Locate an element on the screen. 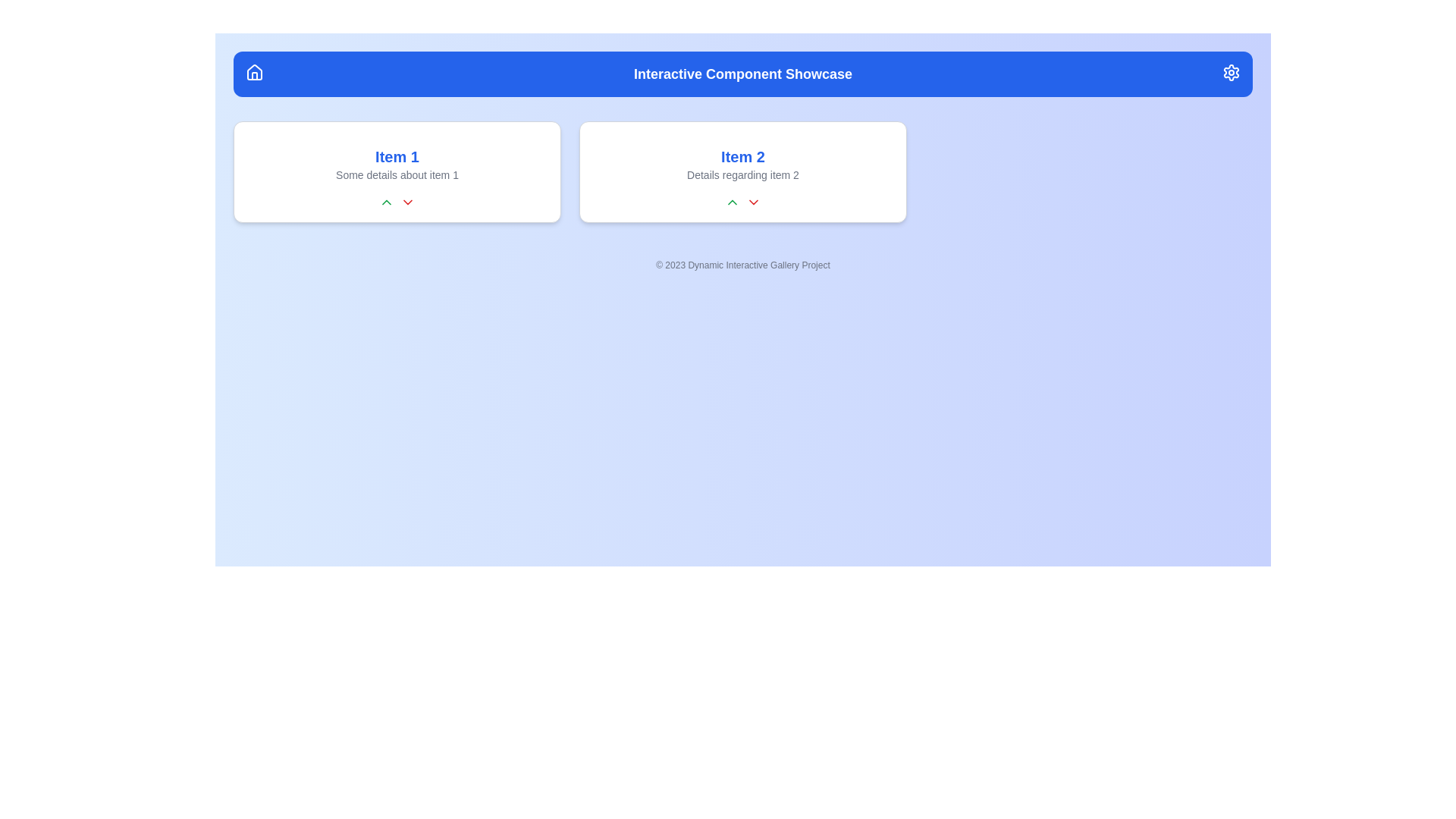 The width and height of the screenshot is (1456, 819). the 'Home' icon located in the blue header bar on the left side is located at coordinates (255, 73).